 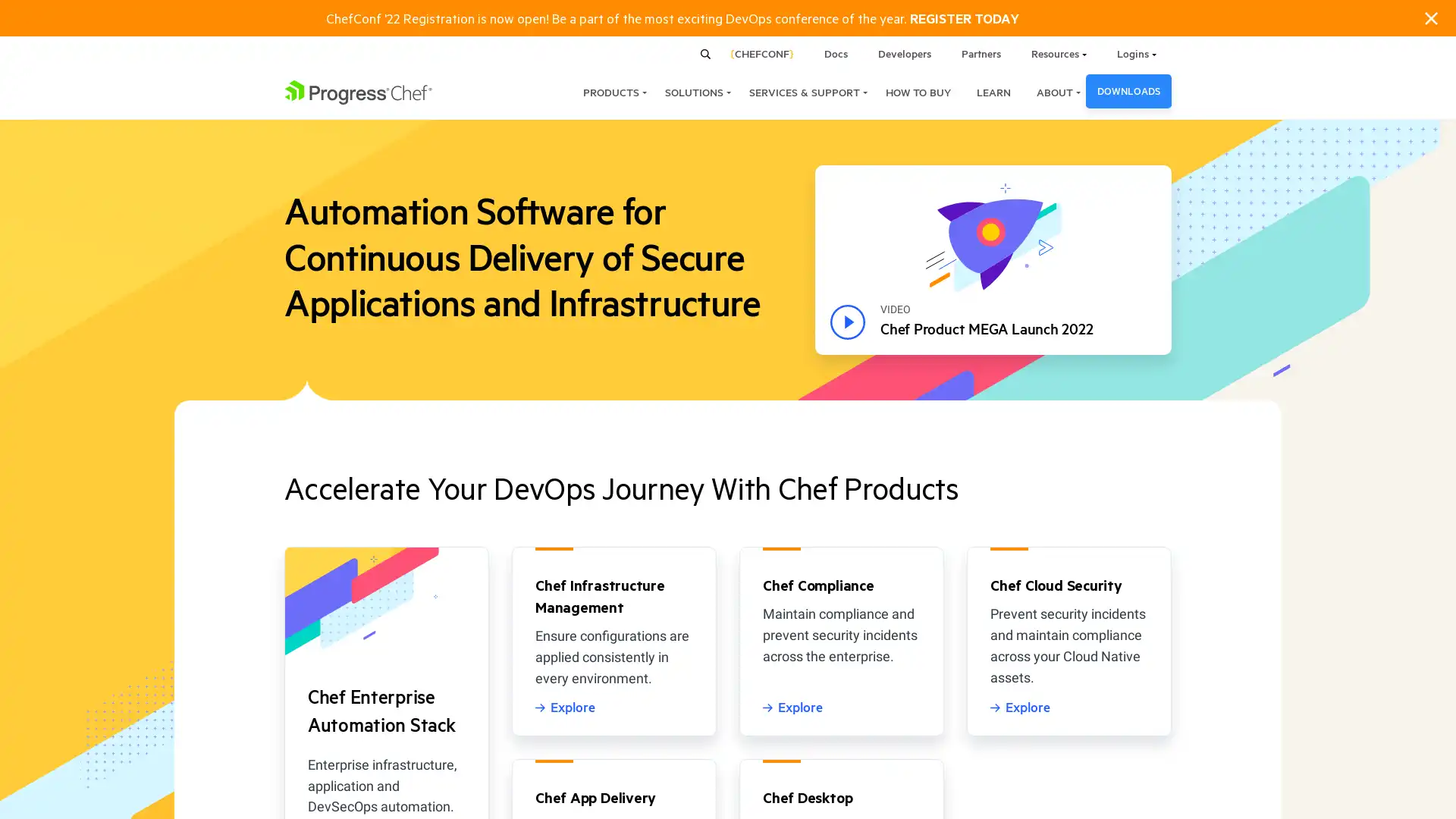 I want to click on SERVICES & SUPPORT, so click(x=770, y=93).